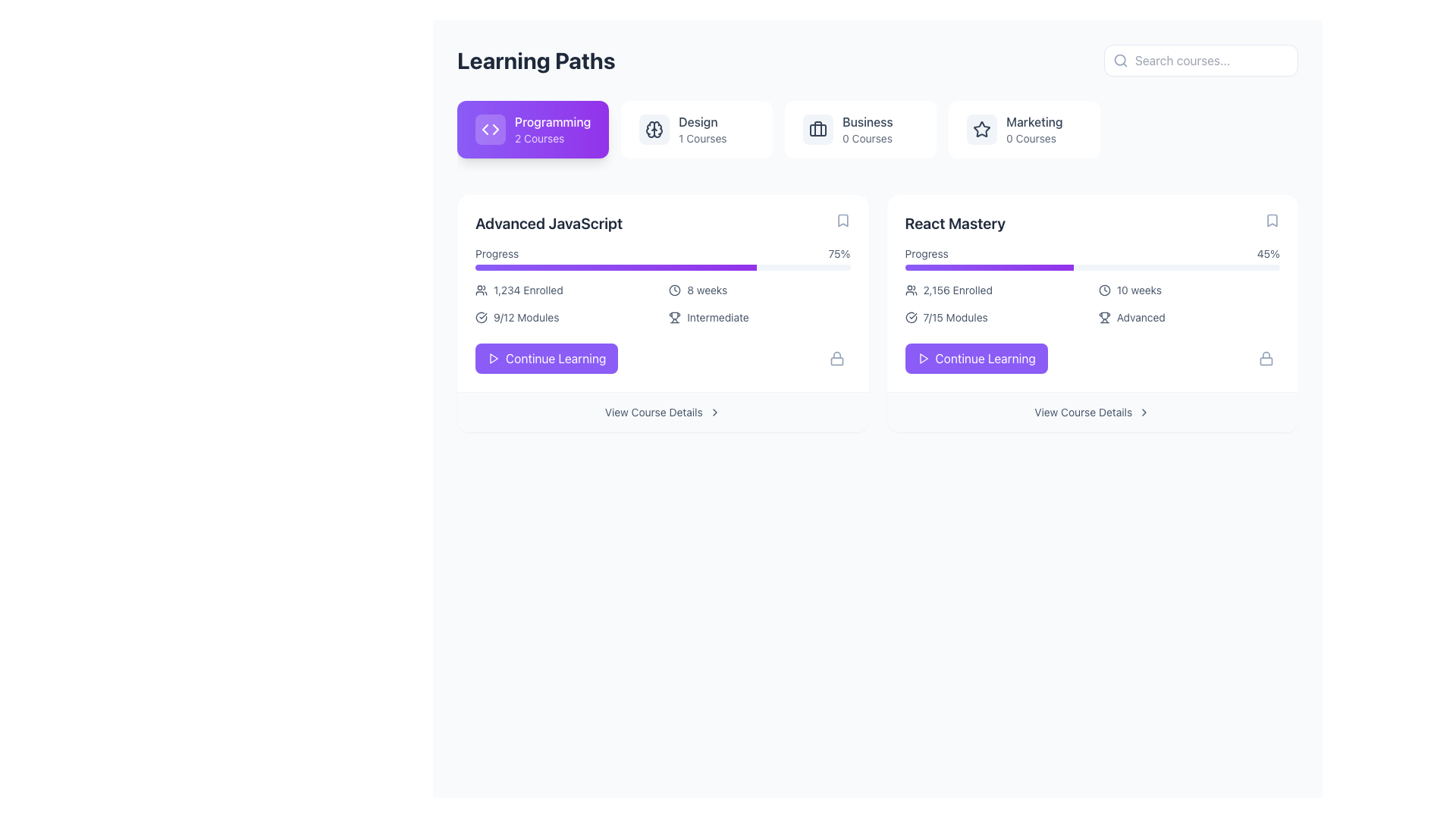 The width and height of the screenshot is (1456, 819). I want to click on the star-shaped icon located under the 'Marketing' section header in the Learning Paths interface, so click(982, 128).